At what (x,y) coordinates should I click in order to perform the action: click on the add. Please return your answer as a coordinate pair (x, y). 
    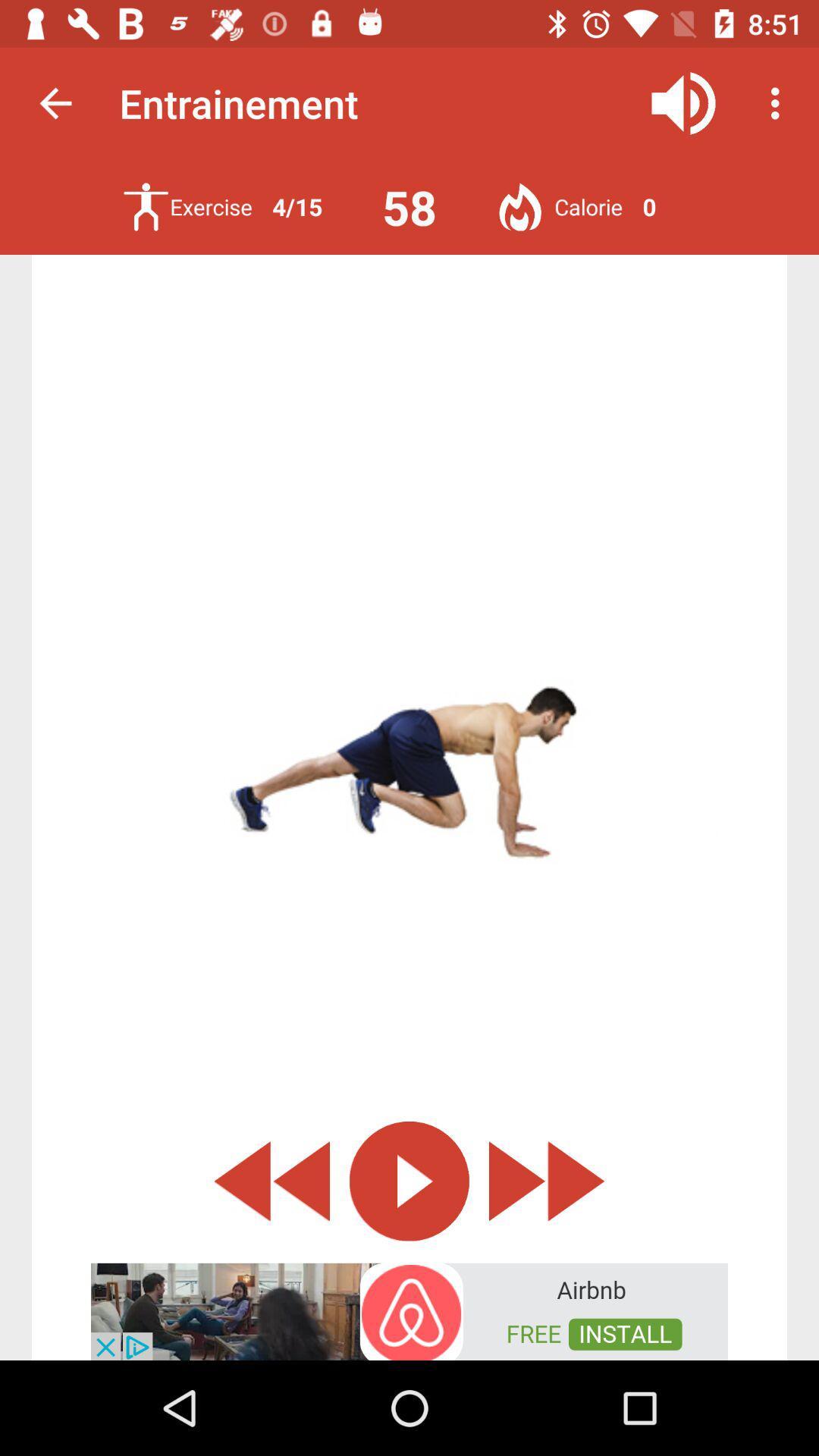
    Looking at the image, I should click on (271, 1180).